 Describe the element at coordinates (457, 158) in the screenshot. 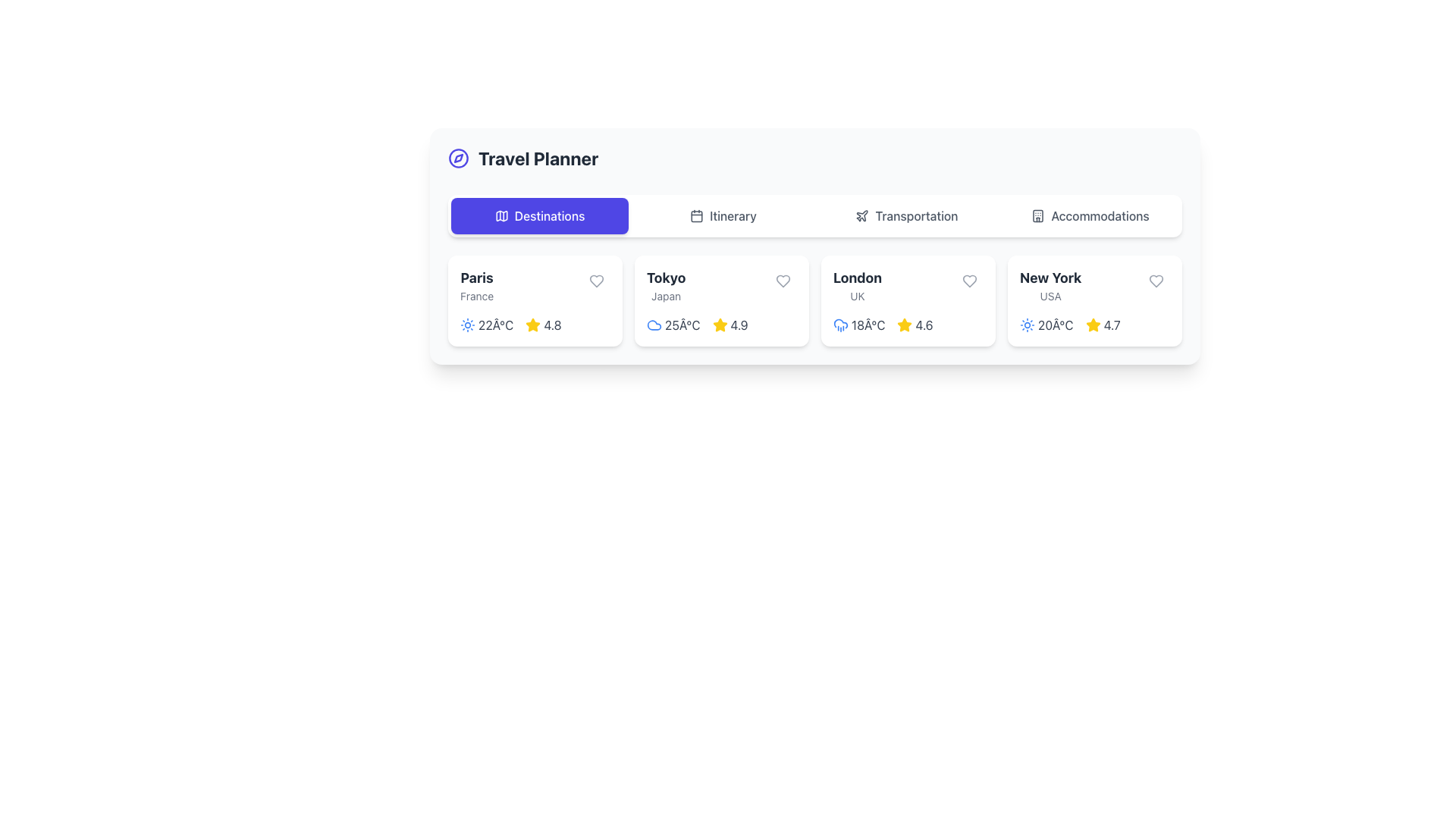

I see `the navigation icon that represents the 'Travel Planner' heading, located to the left of the text` at that location.